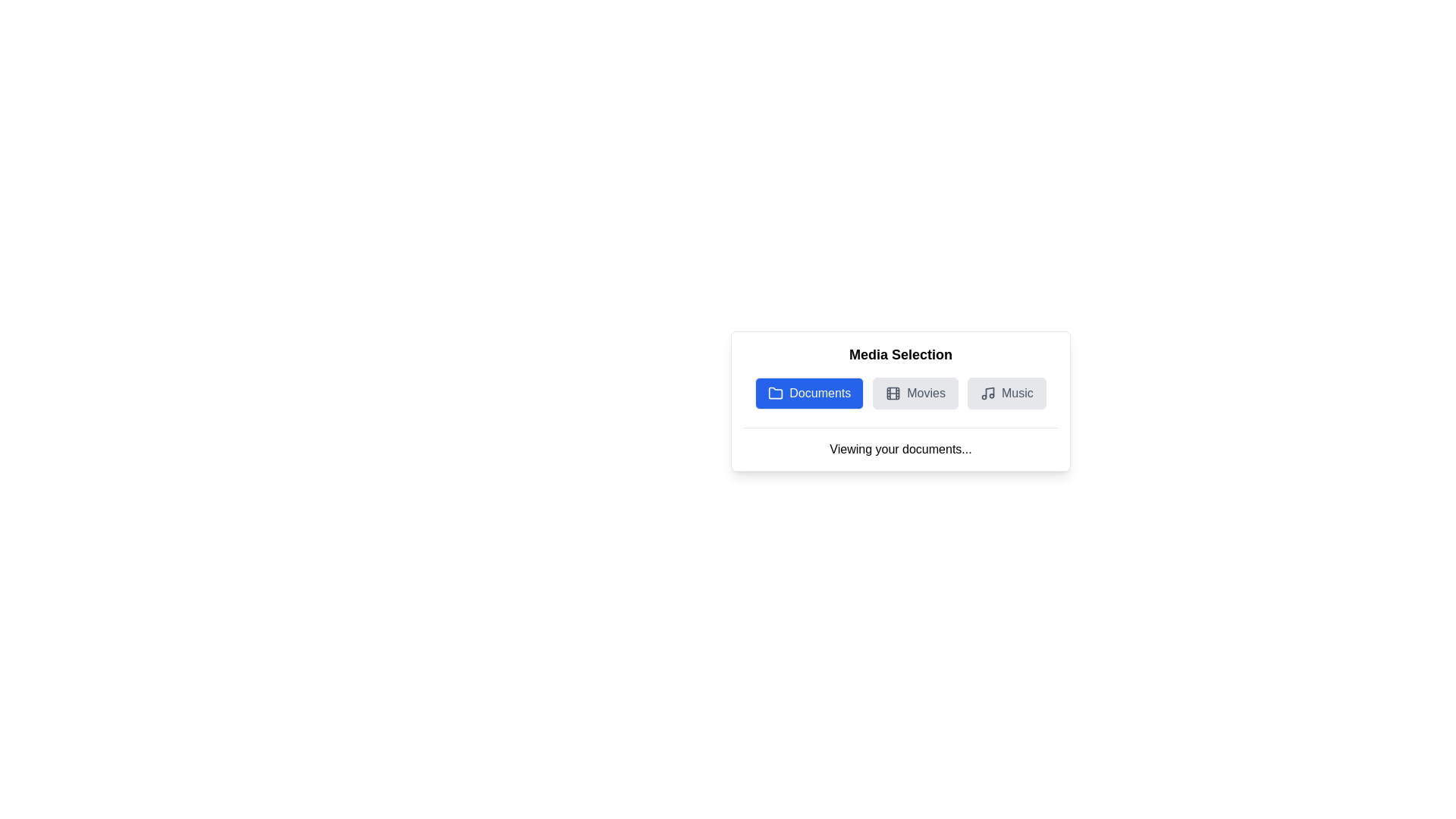 This screenshot has width=1456, height=819. What do you see at coordinates (893, 393) in the screenshot?
I see `the visual representation of the SVG icon resembling a film reel, which is part of the 'Movies' button in the media selection interface` at bounding box center [893, 393].